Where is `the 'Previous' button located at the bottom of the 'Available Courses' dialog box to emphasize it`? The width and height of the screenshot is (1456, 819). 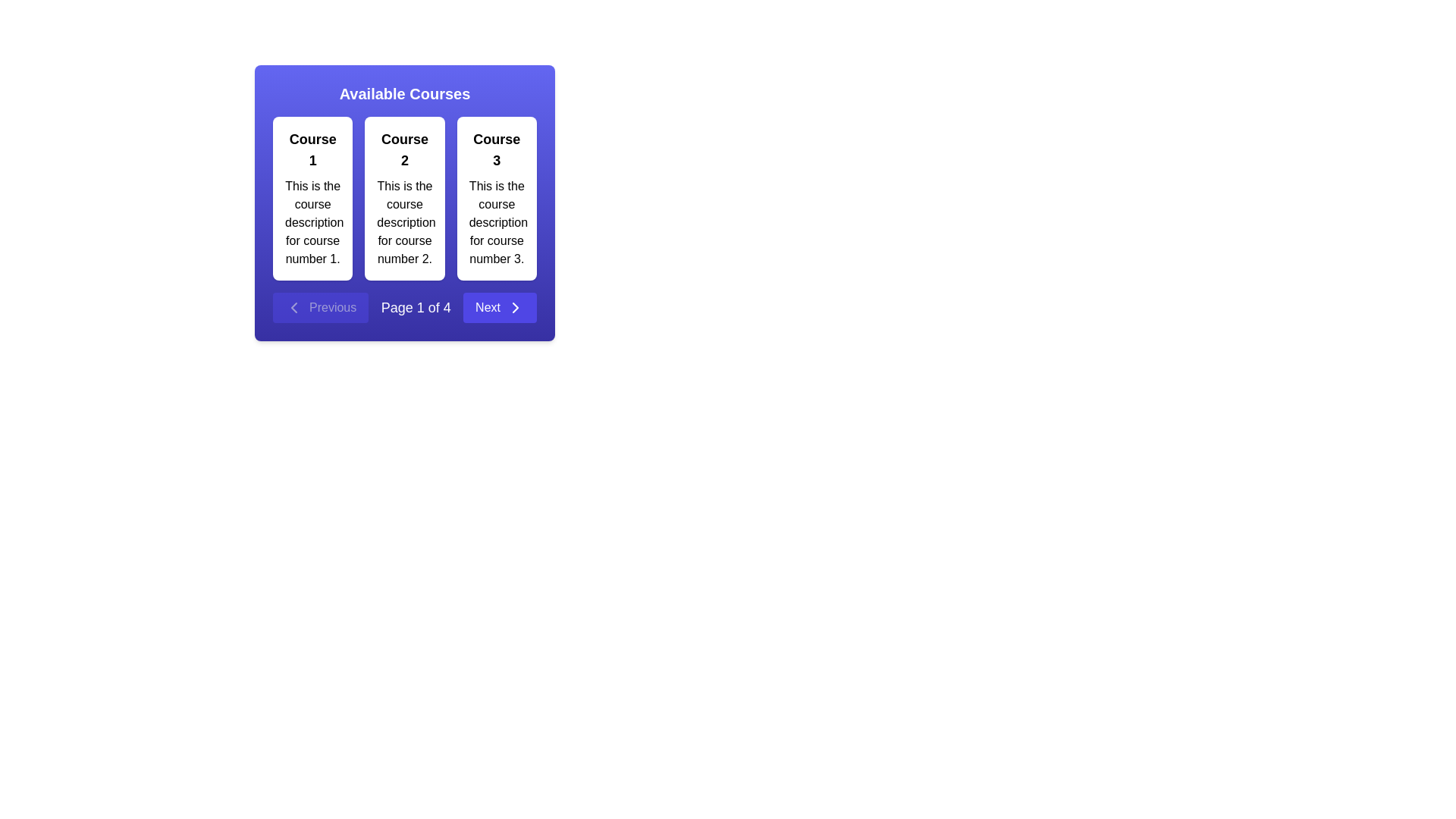
the 'Previous' button located at the bottom of the 'Available Courses' dialog box to emphasize it is located at coordinates (320, 307).